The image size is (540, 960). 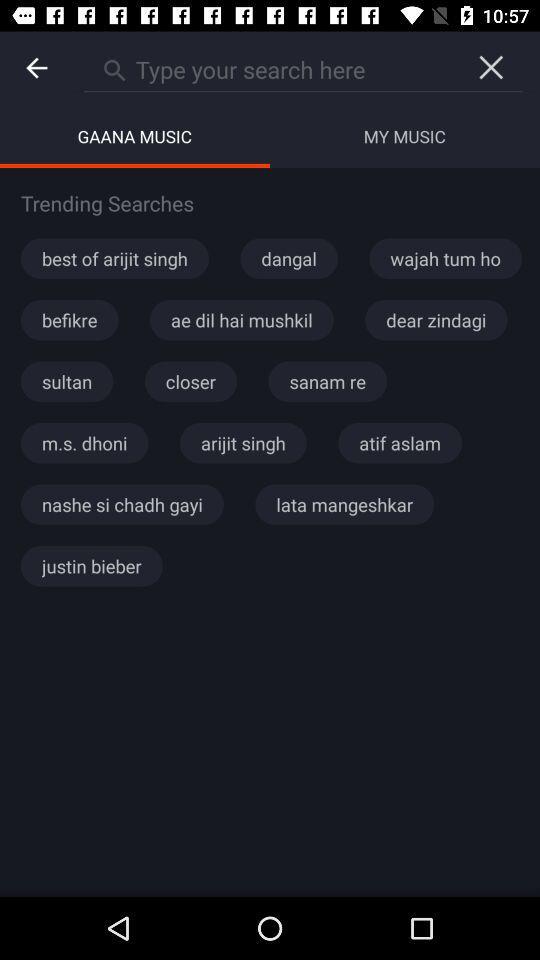 What do you see at coordinates (122, 503) in the screenshot?
I see `app above justin bieber` at bounding box center [122, 503].